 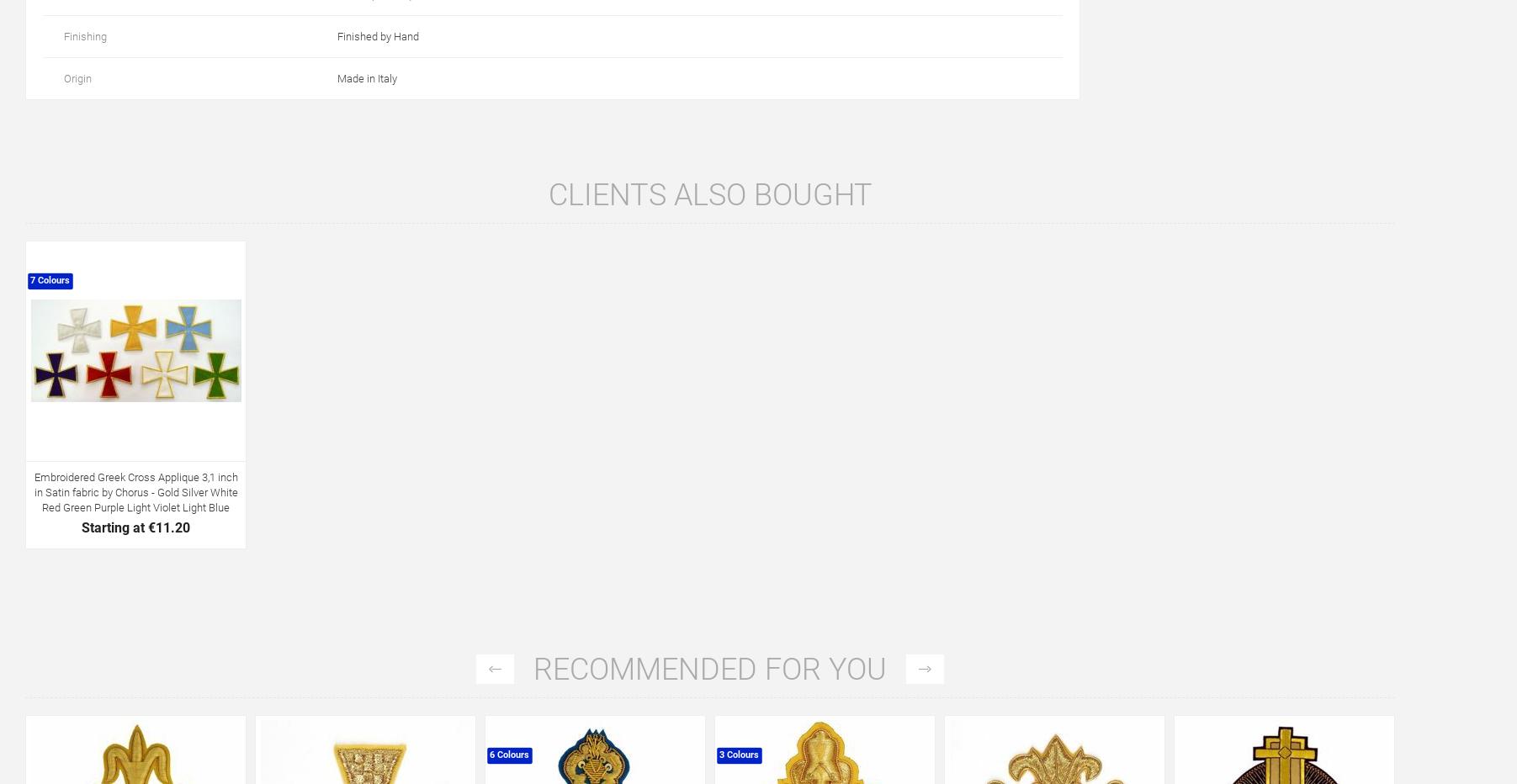 What do you see at coordinates (367, 77) in the screenshot?
I see `'Made in Italy'` at bounding box center [367, 77].